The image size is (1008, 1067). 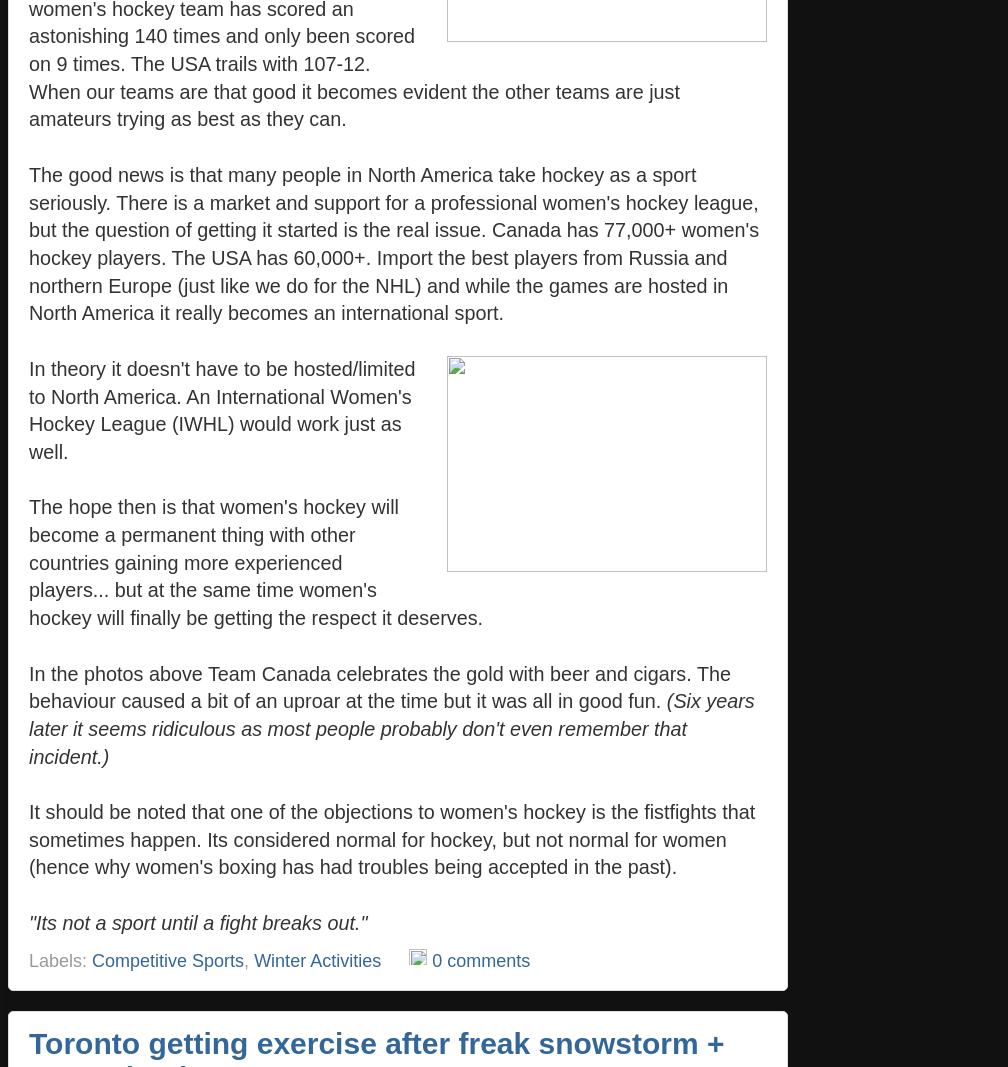 I want to click on 'Competitive Sports', so click(x=168, y=959).